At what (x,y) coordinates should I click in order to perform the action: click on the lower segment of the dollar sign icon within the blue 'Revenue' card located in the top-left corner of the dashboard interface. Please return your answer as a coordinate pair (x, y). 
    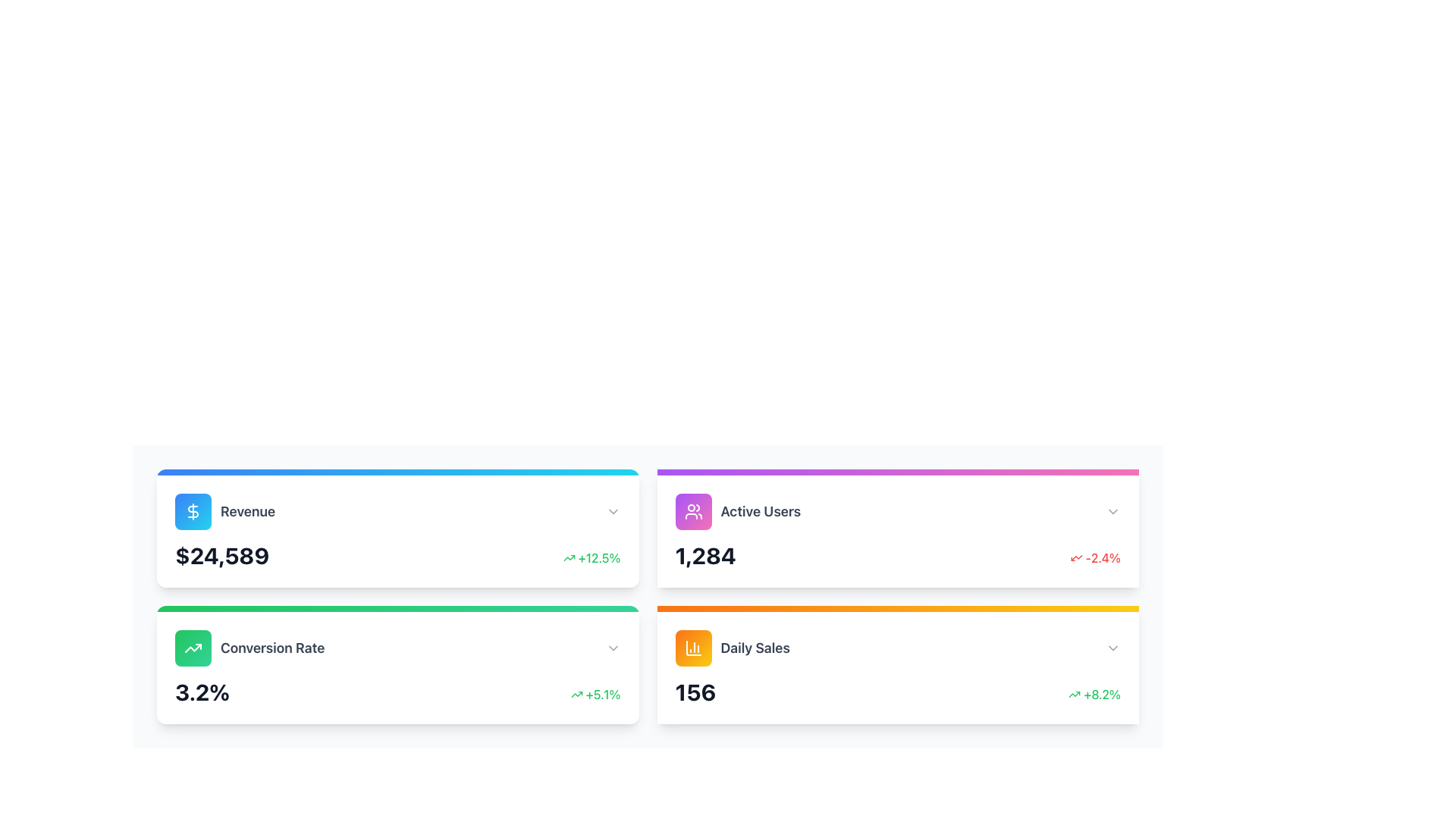
    Looking at the image, I should click on (192, 512).